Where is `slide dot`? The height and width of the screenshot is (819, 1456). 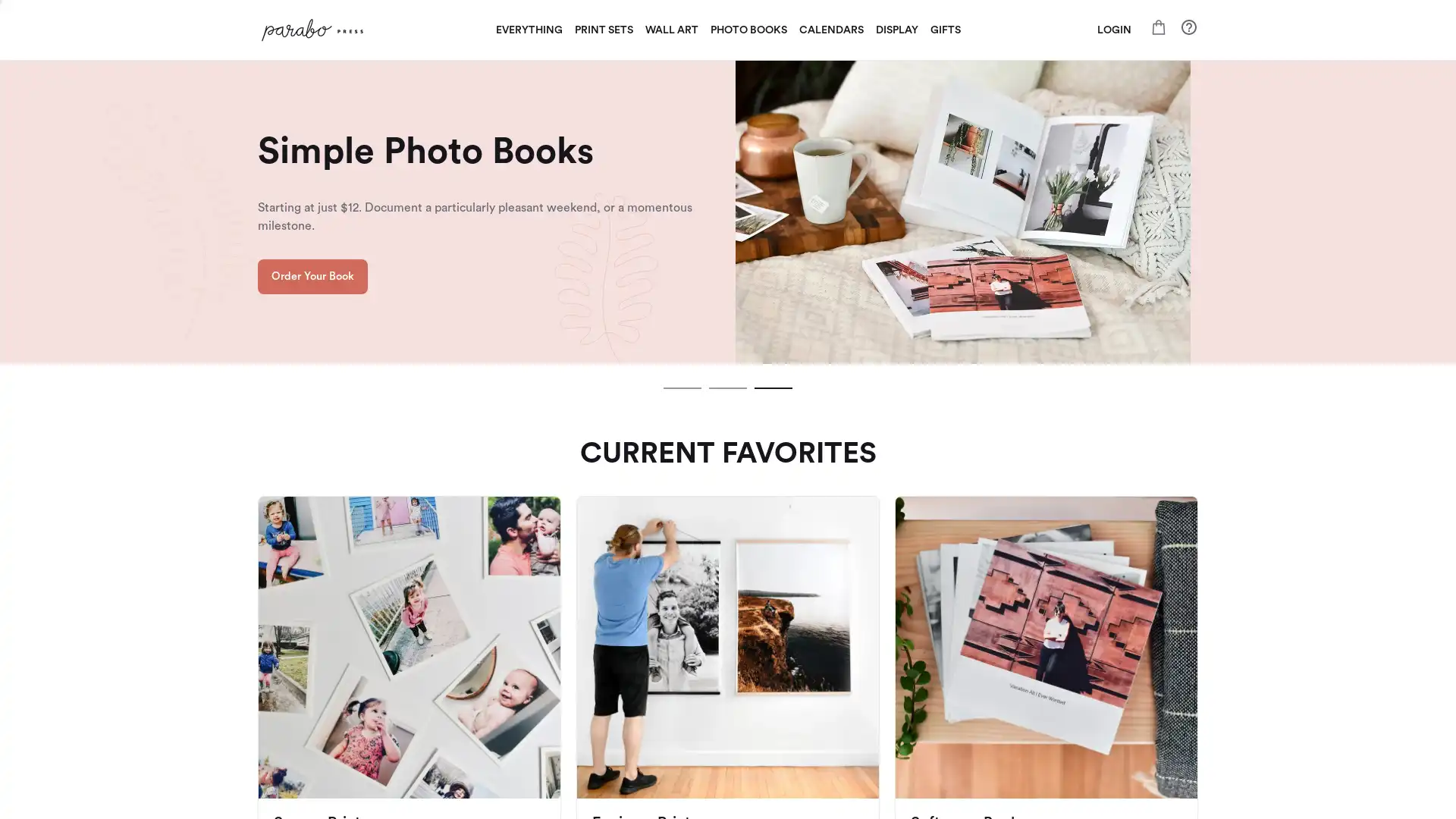
slide dot is located at coordinates (682, 388).